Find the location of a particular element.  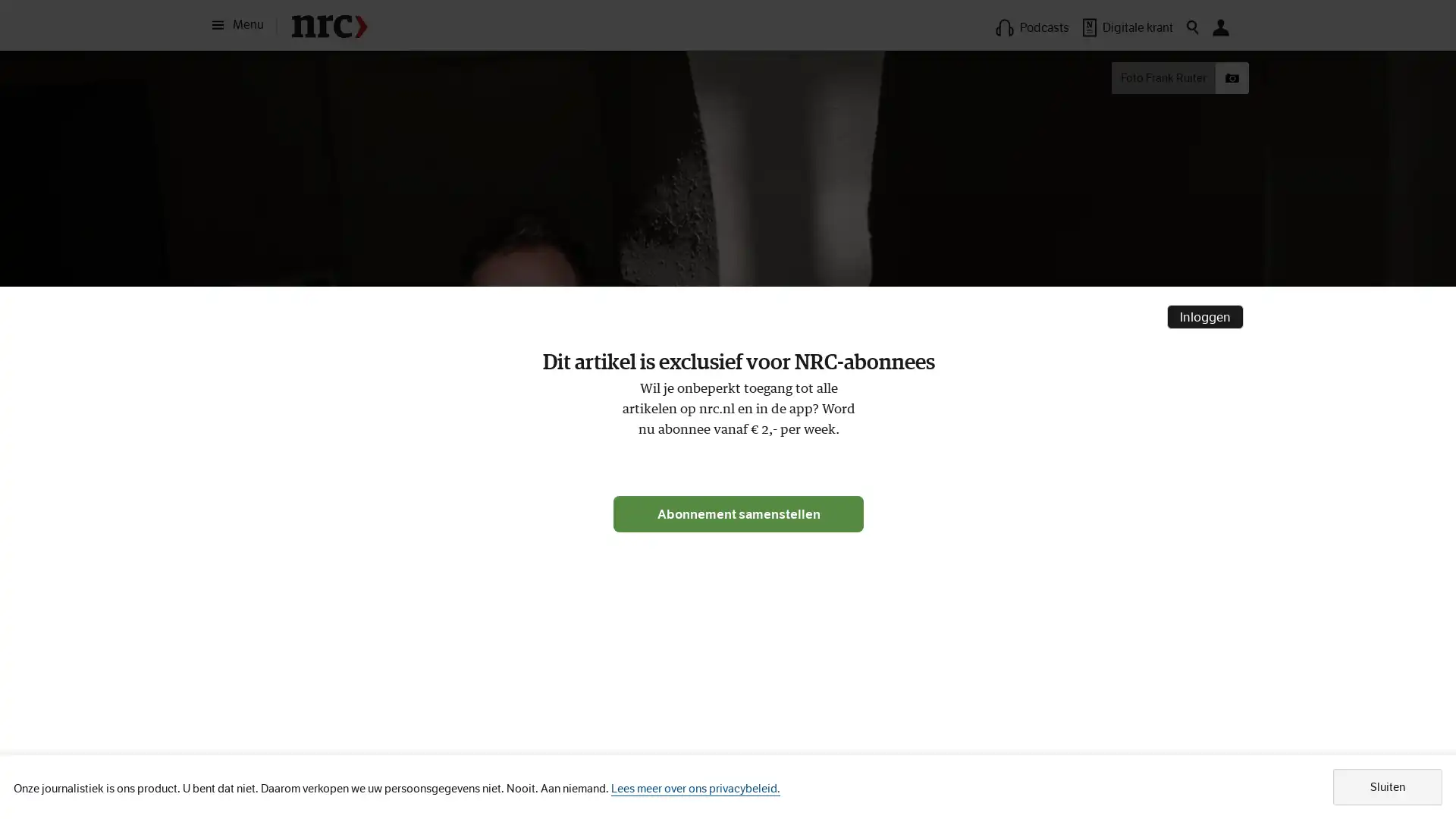

Menu is located at coordinates (243, 25).